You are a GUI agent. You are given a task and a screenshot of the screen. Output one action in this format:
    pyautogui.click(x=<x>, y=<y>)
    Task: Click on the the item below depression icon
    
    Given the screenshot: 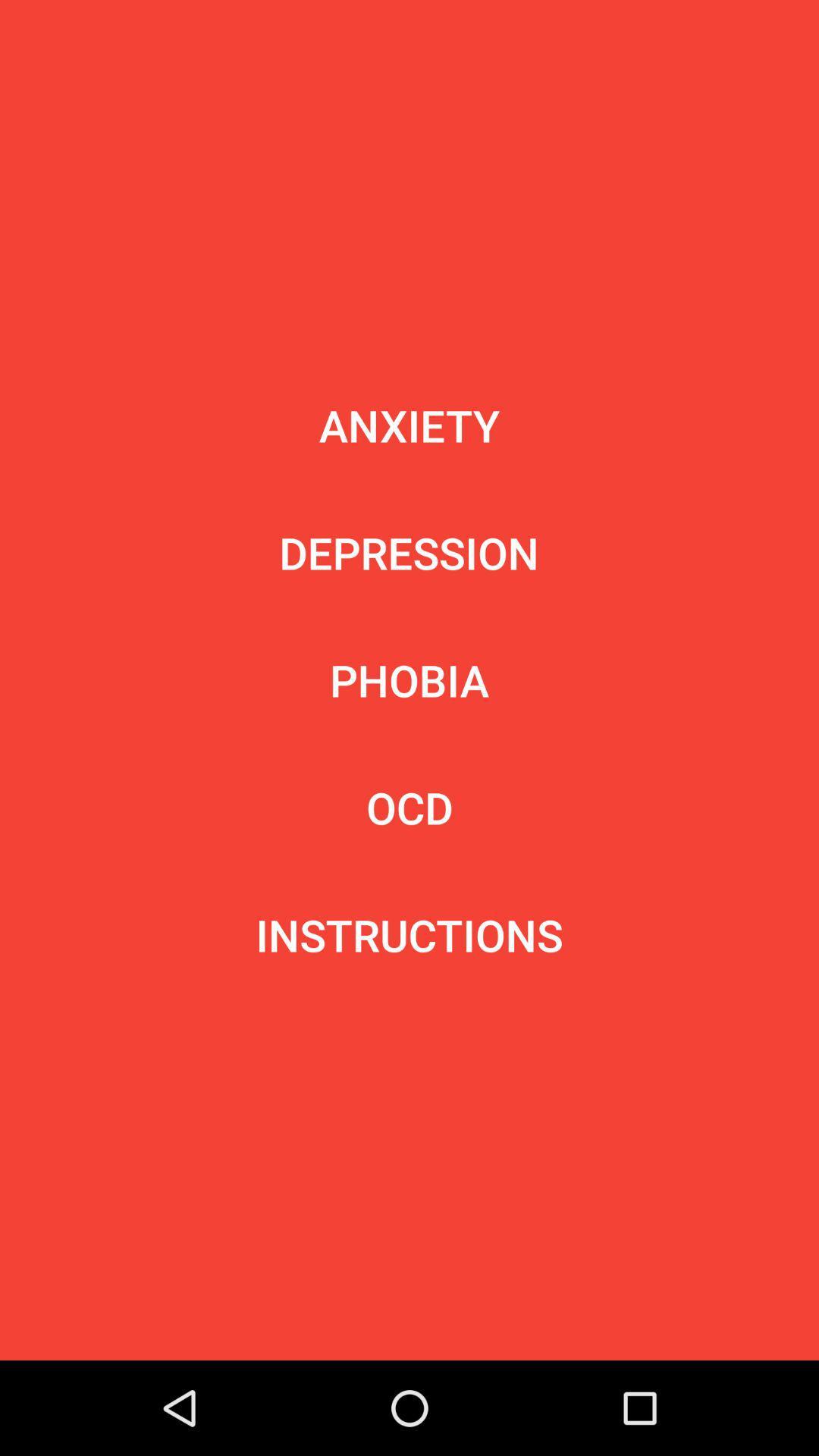 What is the action you would take?
    pyautogui.click(x=409, y=679)
    